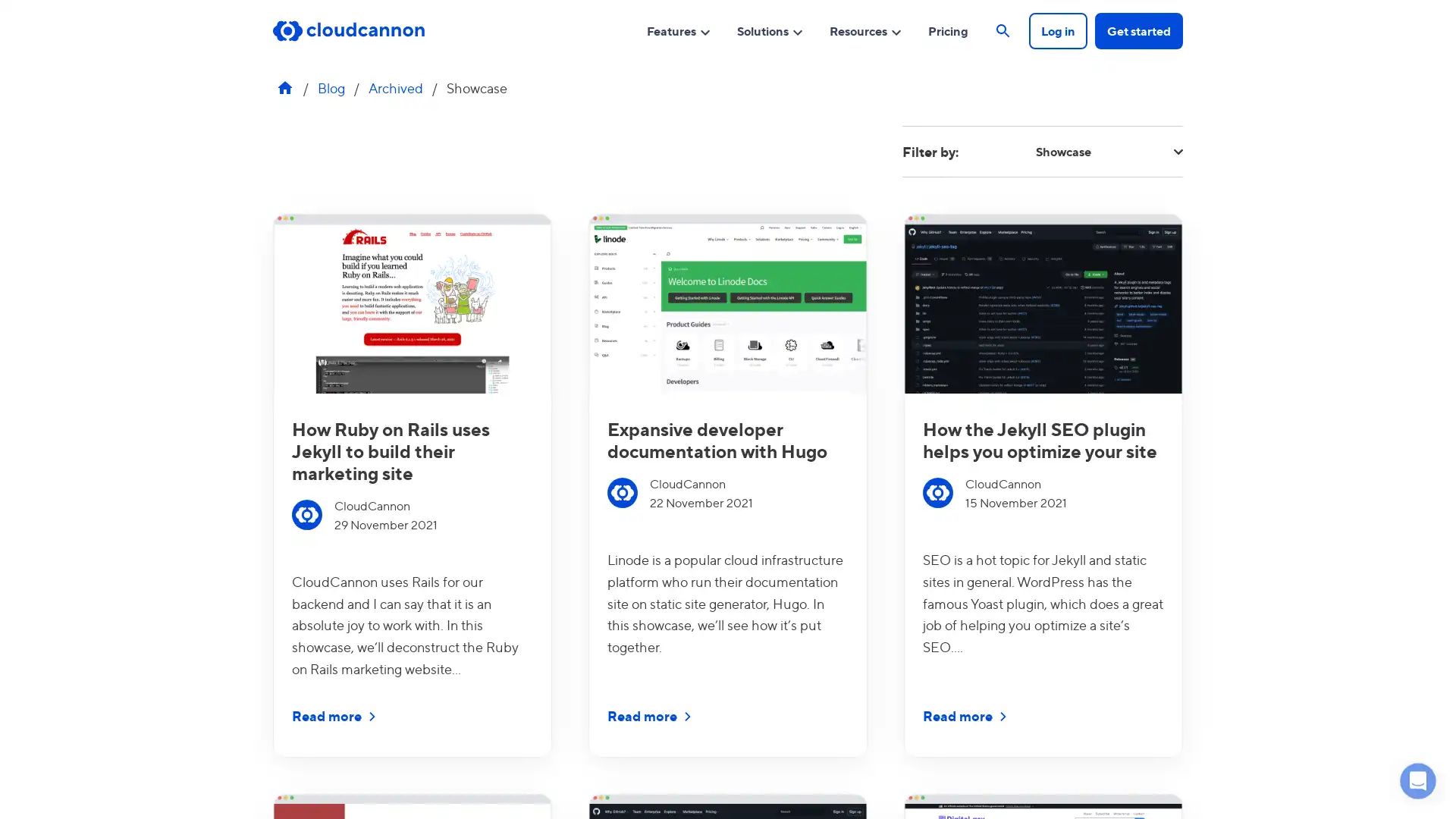 This screenshot has height=819, width=1456. What do you see at coordinates (1041, 152) in the screenshot?
I see `Filter by: Showcase` at bounding box center [1041, 152].